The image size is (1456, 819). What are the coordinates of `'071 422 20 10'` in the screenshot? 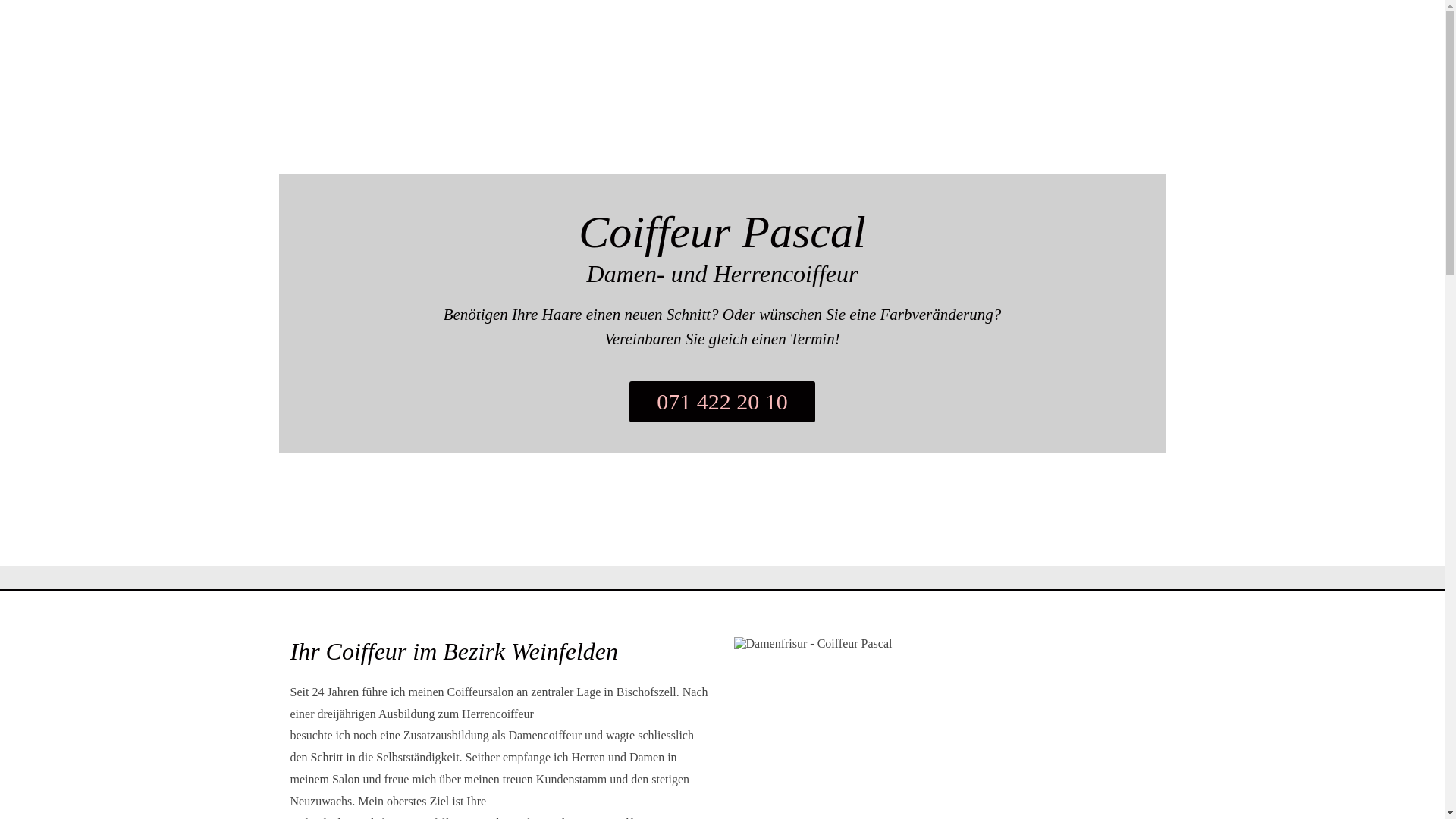 It's located at (629, 400).